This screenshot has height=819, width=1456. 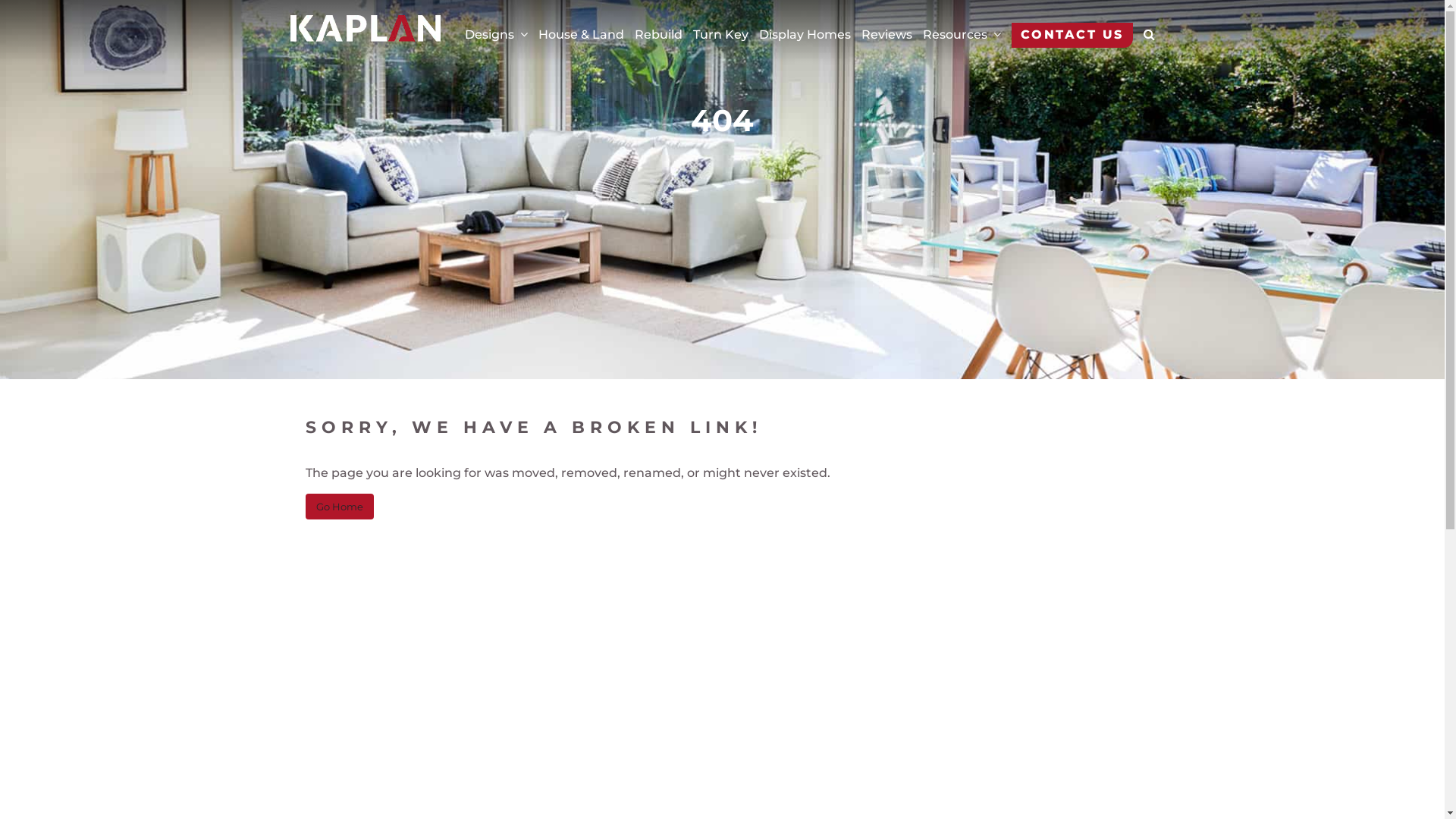 I want to click on 'Rebuild', so click(x=657, y=34).